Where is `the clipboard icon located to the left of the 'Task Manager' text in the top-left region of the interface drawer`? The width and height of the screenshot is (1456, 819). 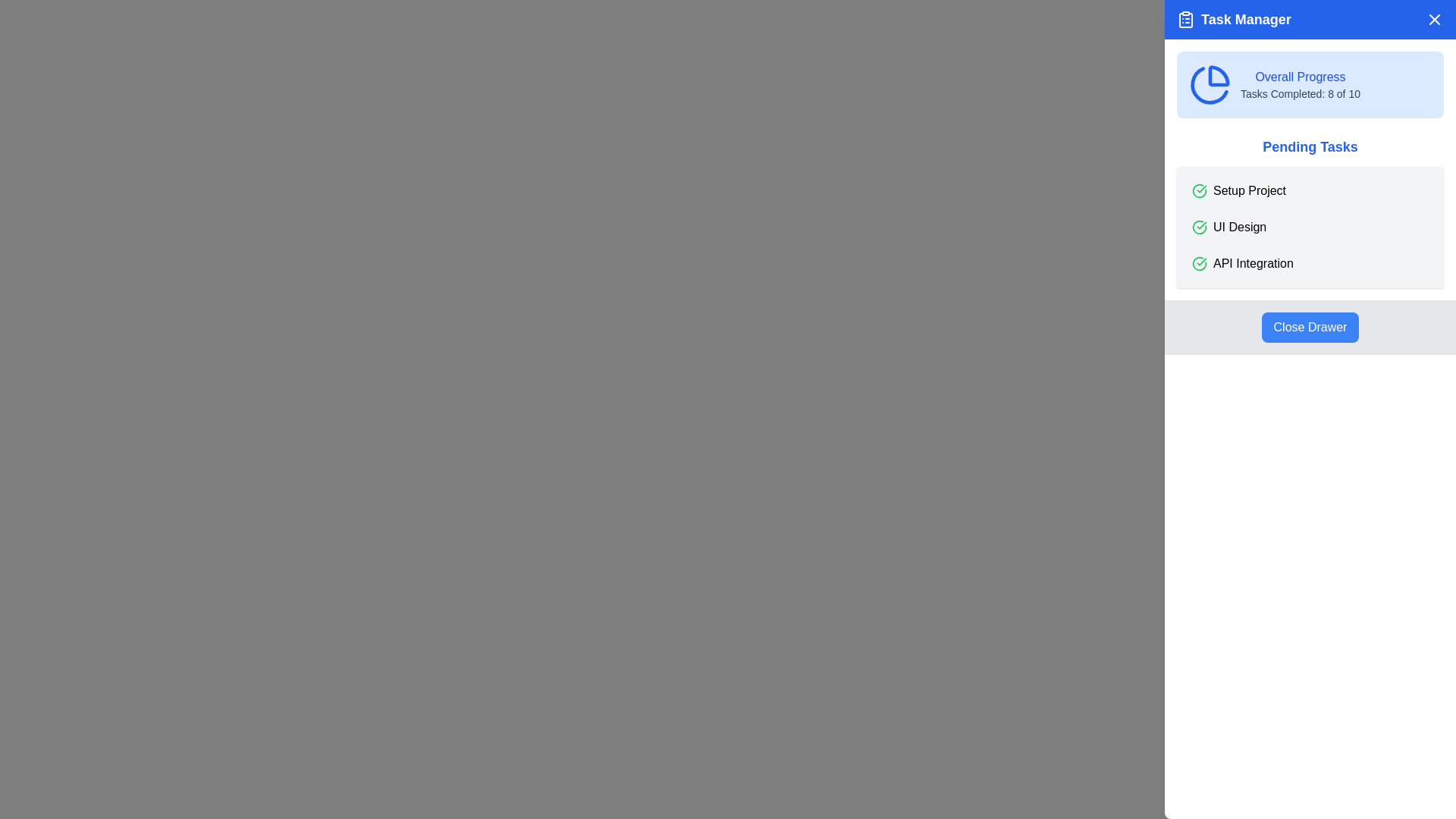
the clipboard icon located to the left of the 'Task Manager' text in the top-left region of the interface drawer is located at coordinates (1185, 20).